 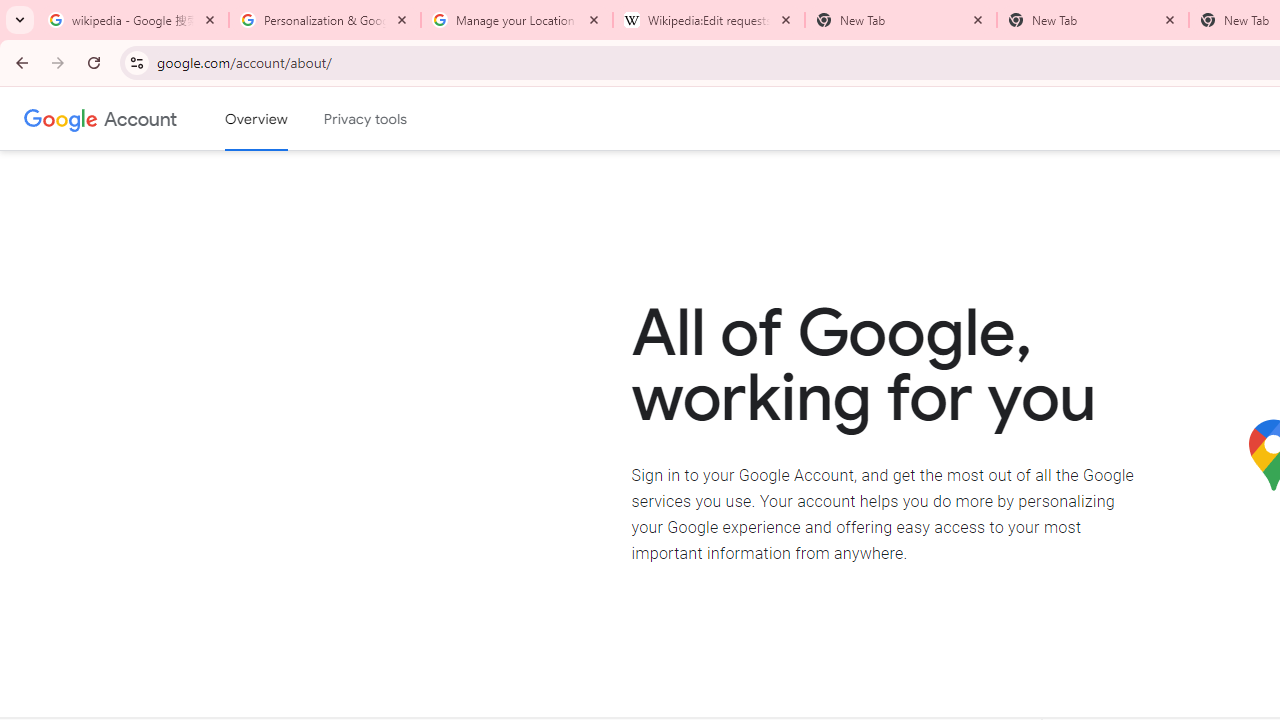 I want to click on 'Manage your Location History - Google Search Help', so click(x=517, y=20).